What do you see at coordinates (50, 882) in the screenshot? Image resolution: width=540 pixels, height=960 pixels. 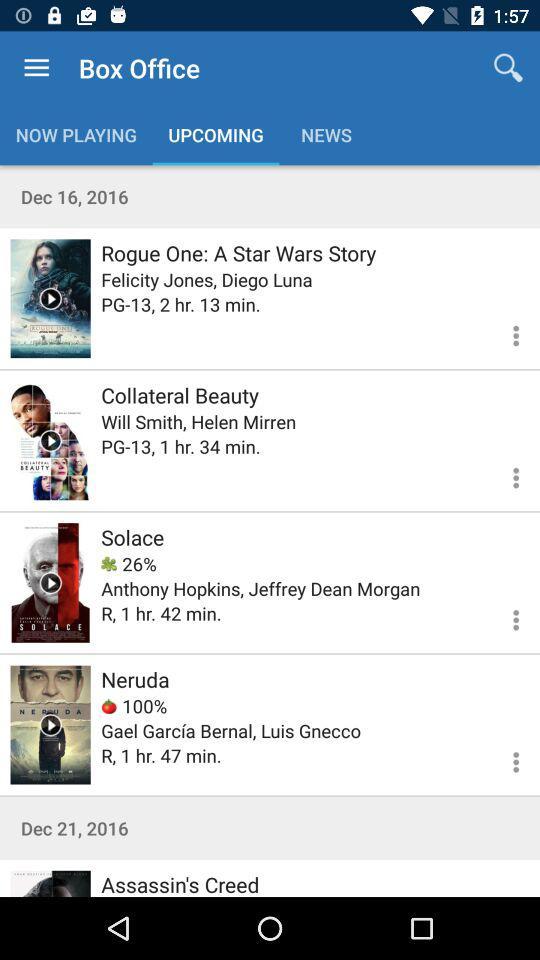 I see `assassin 's creed` at bounding box center [50, 882].